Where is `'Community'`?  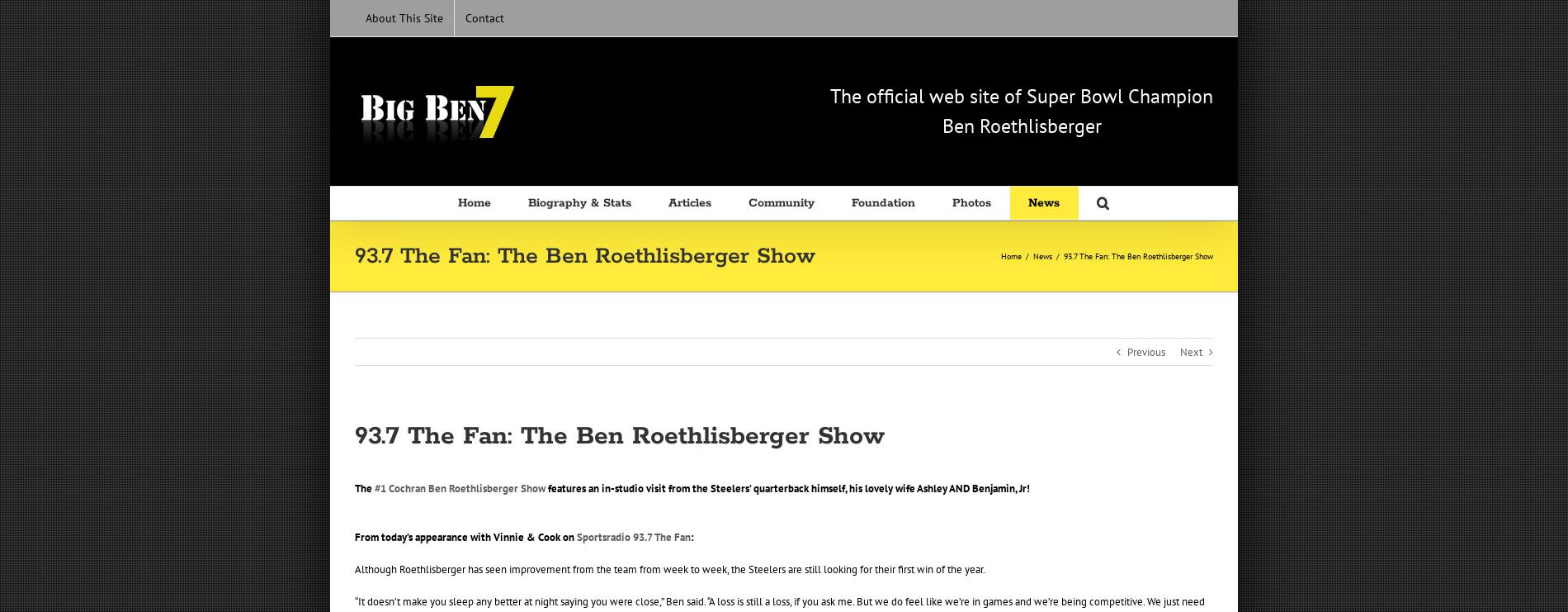
'Community' is located at coordinates (780, 202).